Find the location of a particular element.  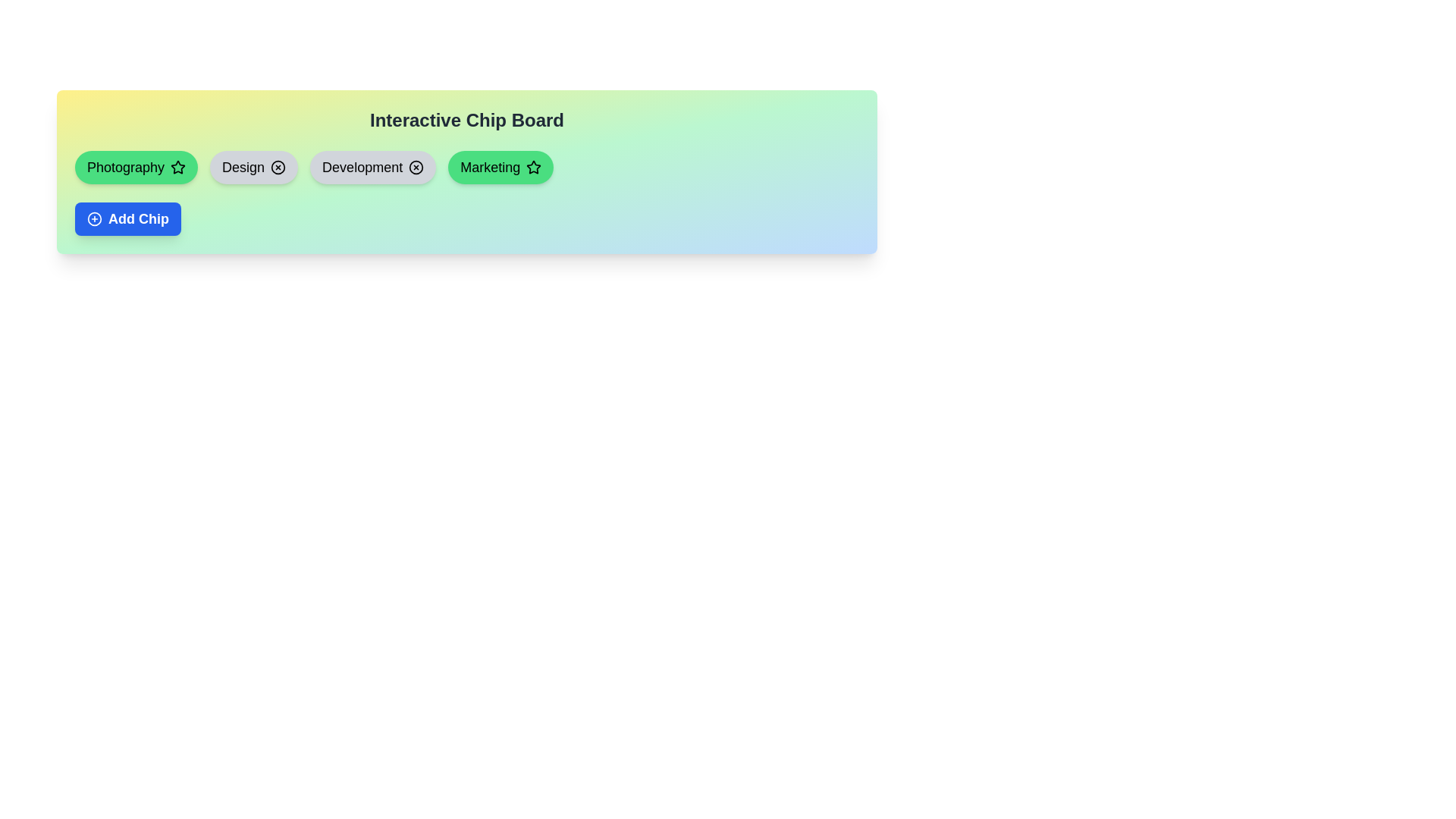

the 'Add Chip' icon located to the left of the text label within the 'Add Chip' button in the lower-left section of the card-like interface is located at coordinates (93, 219).